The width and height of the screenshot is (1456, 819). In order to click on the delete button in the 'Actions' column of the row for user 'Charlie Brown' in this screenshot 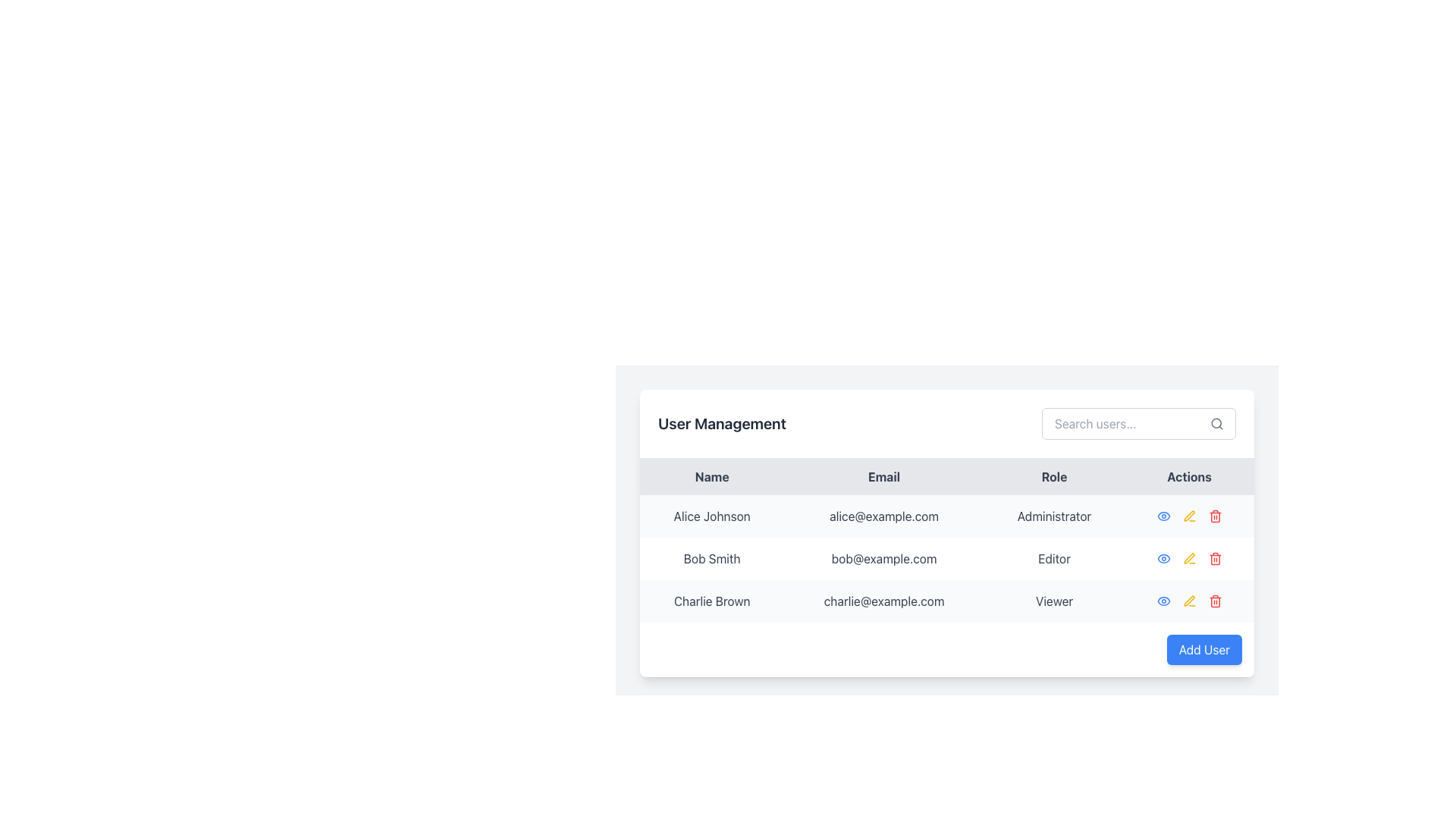, I will do `click(1215, 601)`.